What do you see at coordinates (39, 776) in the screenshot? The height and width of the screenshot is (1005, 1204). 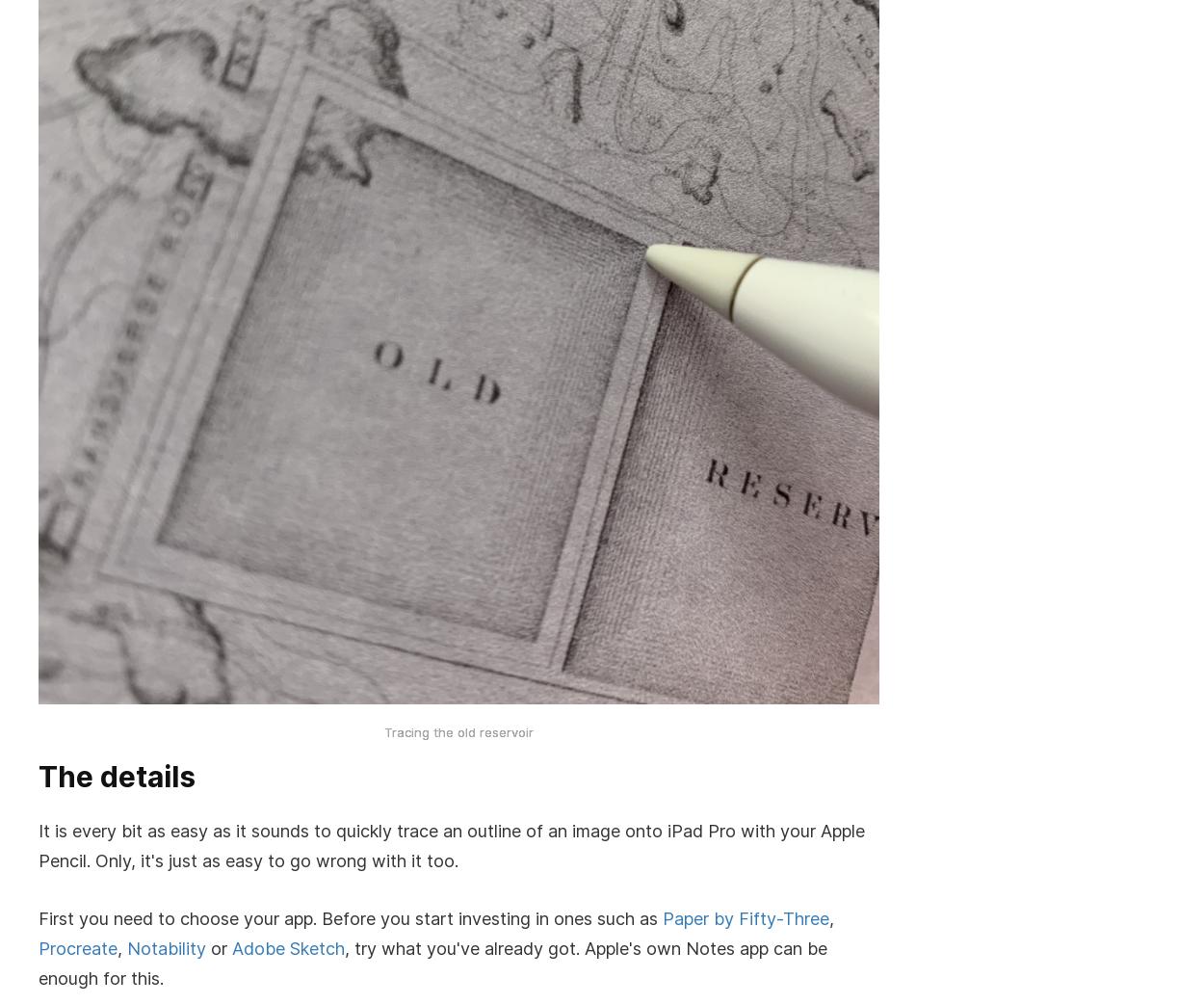 I see `'The details'` at bounding box center [39, 776].